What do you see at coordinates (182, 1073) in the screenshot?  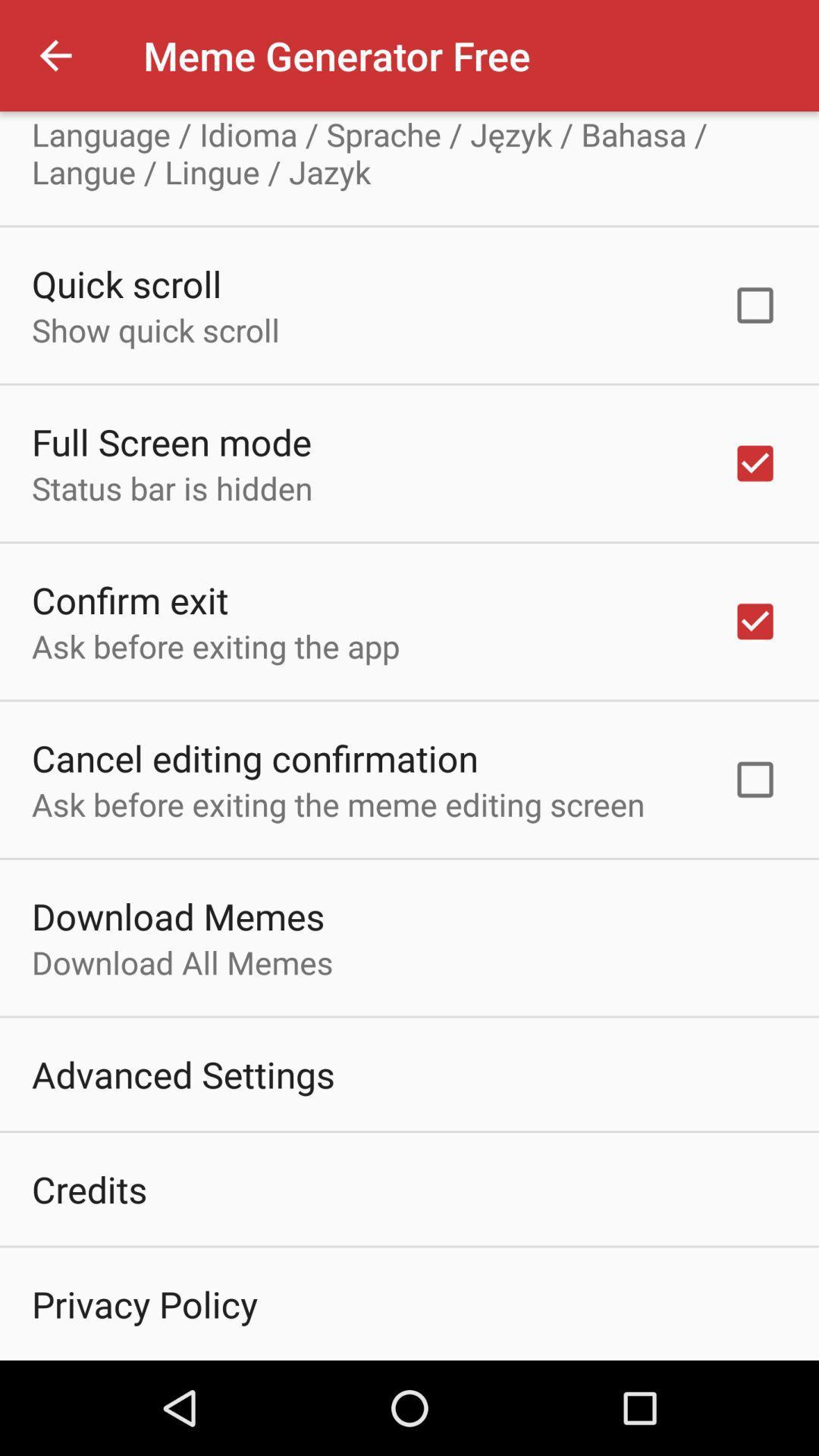 I see `the item below download all memes icon` at bounding box center [182, 1073].